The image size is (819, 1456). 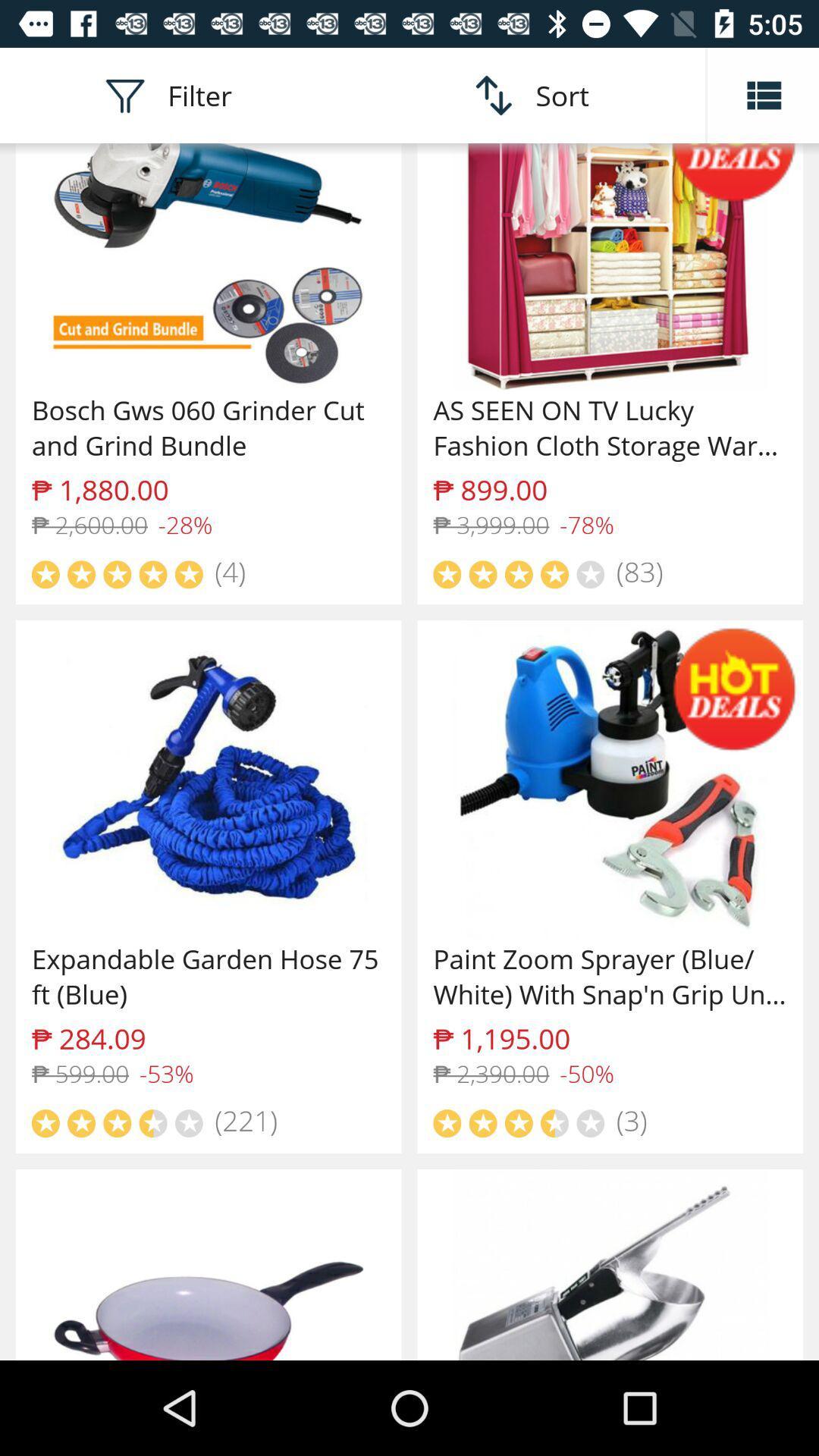 I want to click on menu options, so click(x=763, y=94).